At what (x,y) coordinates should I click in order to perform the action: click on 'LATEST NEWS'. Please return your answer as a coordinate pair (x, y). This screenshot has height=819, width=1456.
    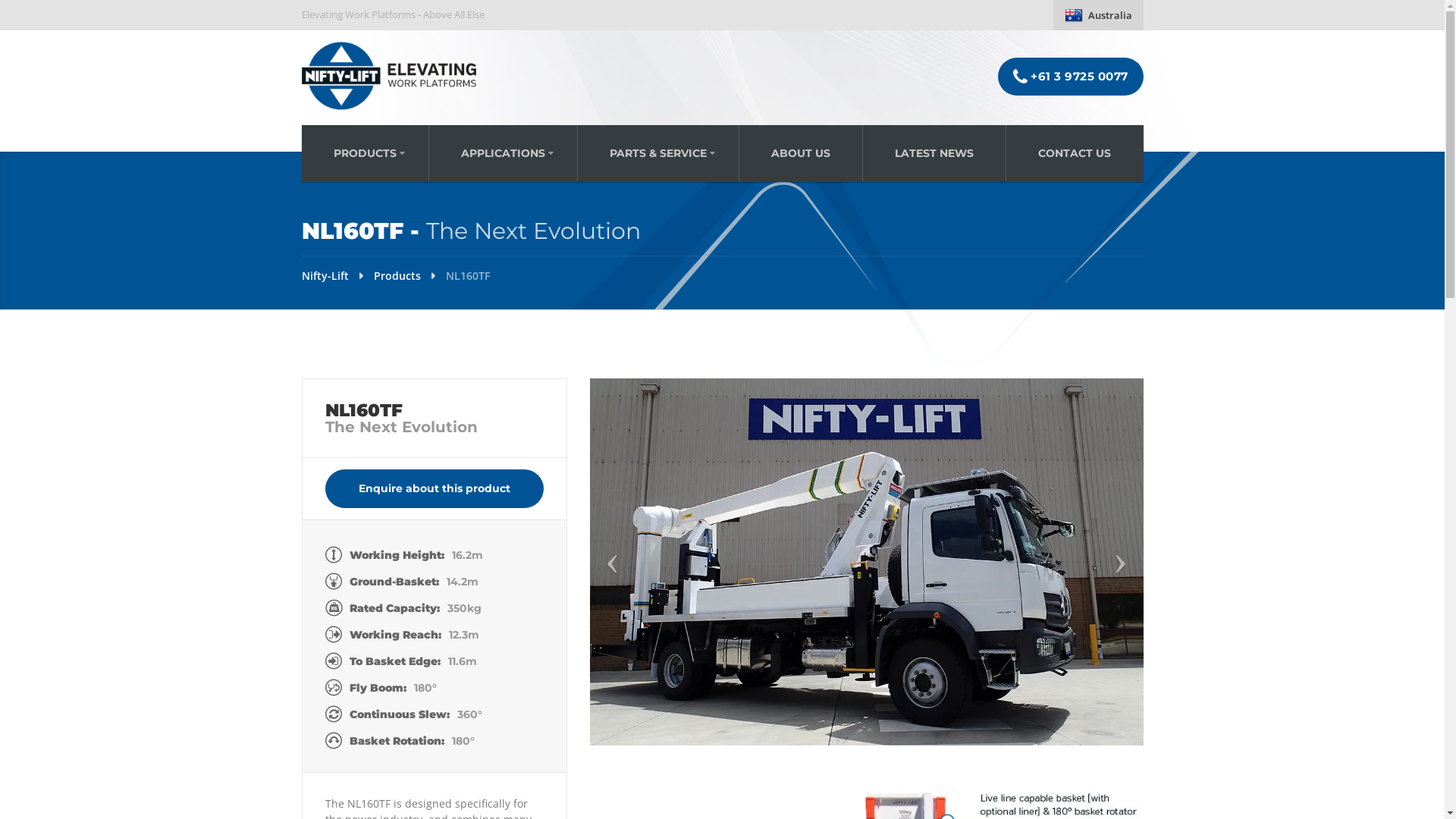
    Looking at the image, I should click on (934, 153).